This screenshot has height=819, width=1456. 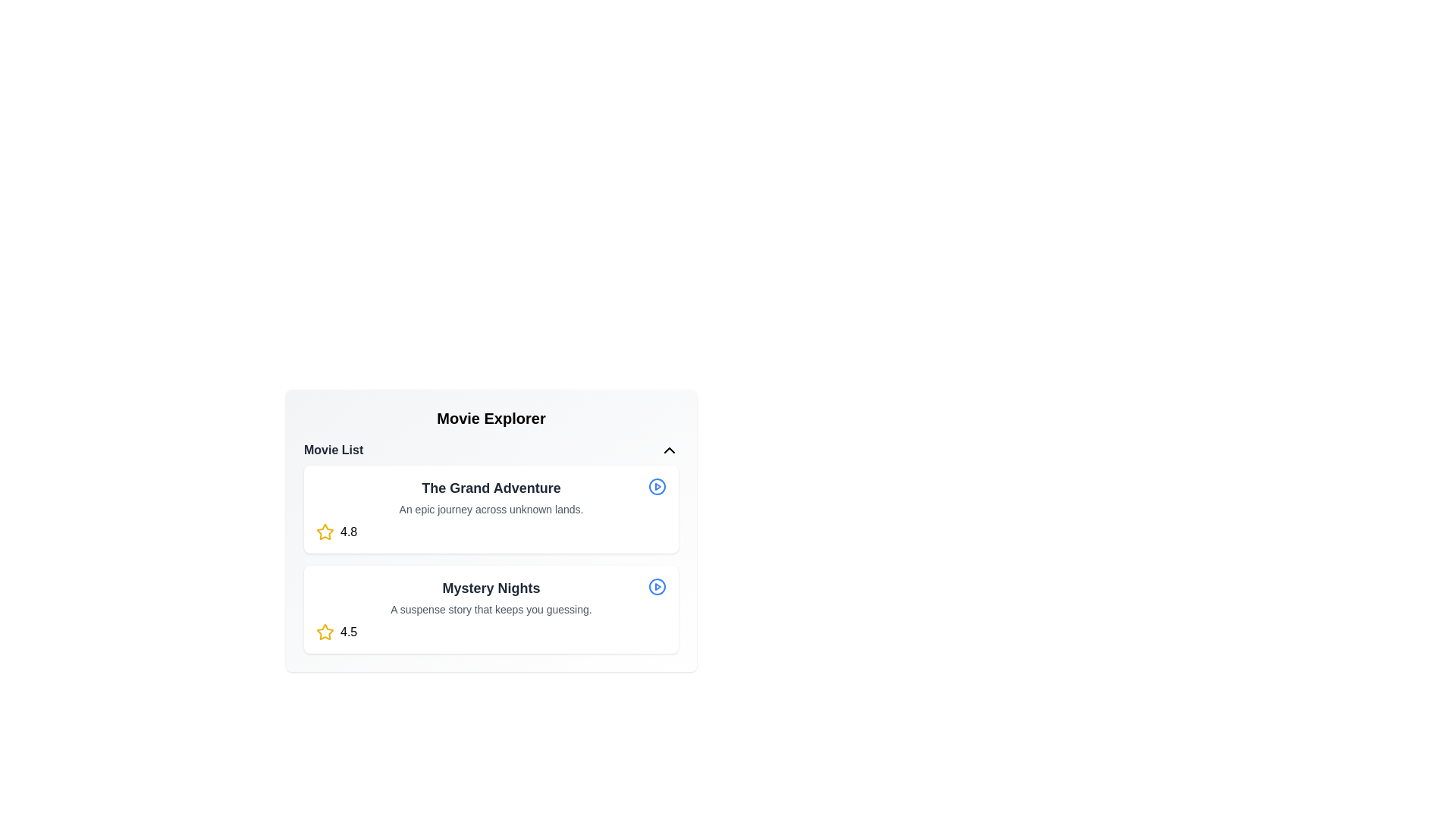 I want to click on the description of the movie titled Mystery Nights, so click(x=491, y=608).